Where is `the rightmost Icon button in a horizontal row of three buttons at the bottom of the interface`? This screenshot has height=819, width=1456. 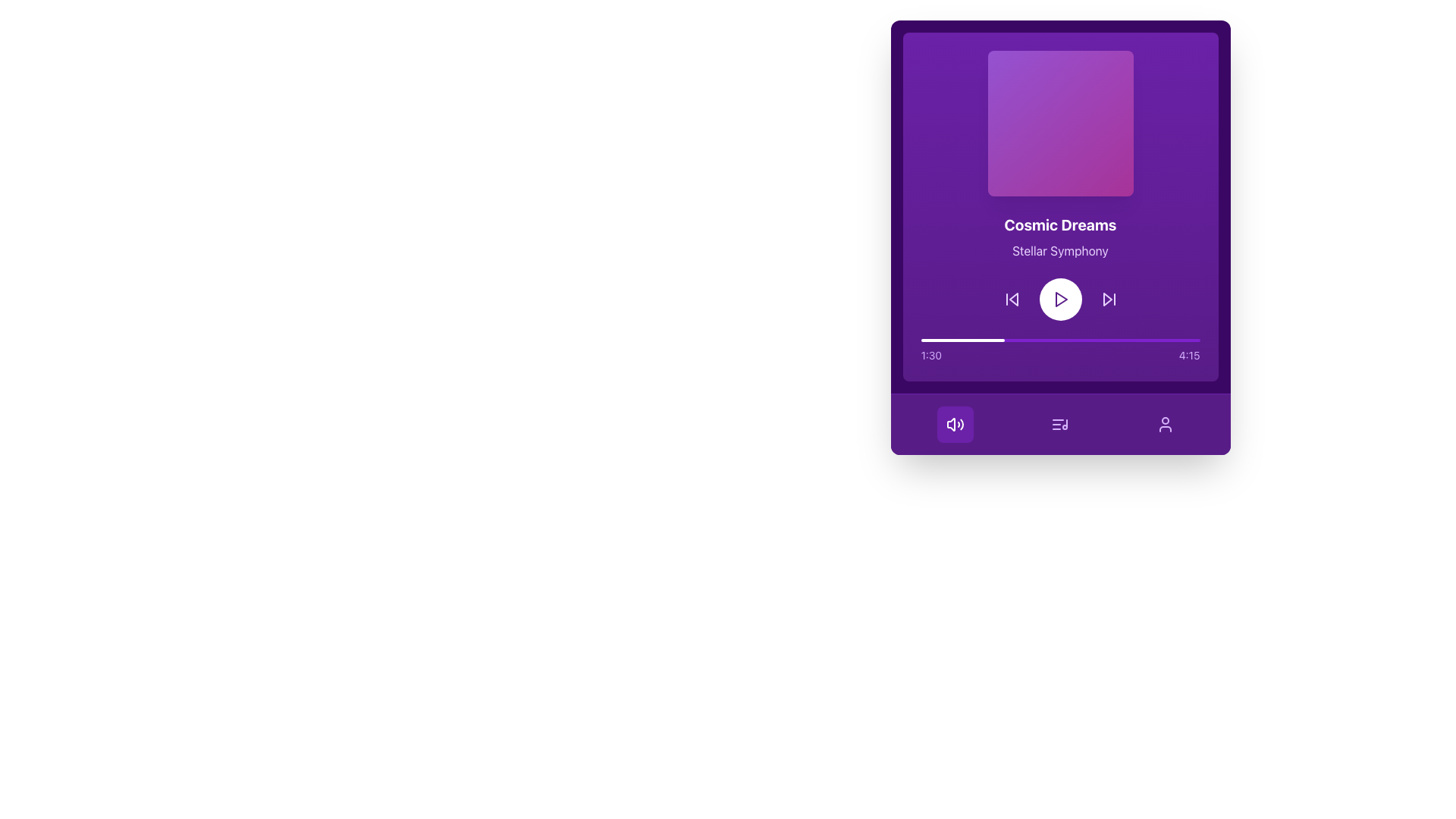 the rightmost Icon button in a horizontal row of three buttons at the bottom of the interface is located at coordinates (1164, 424).